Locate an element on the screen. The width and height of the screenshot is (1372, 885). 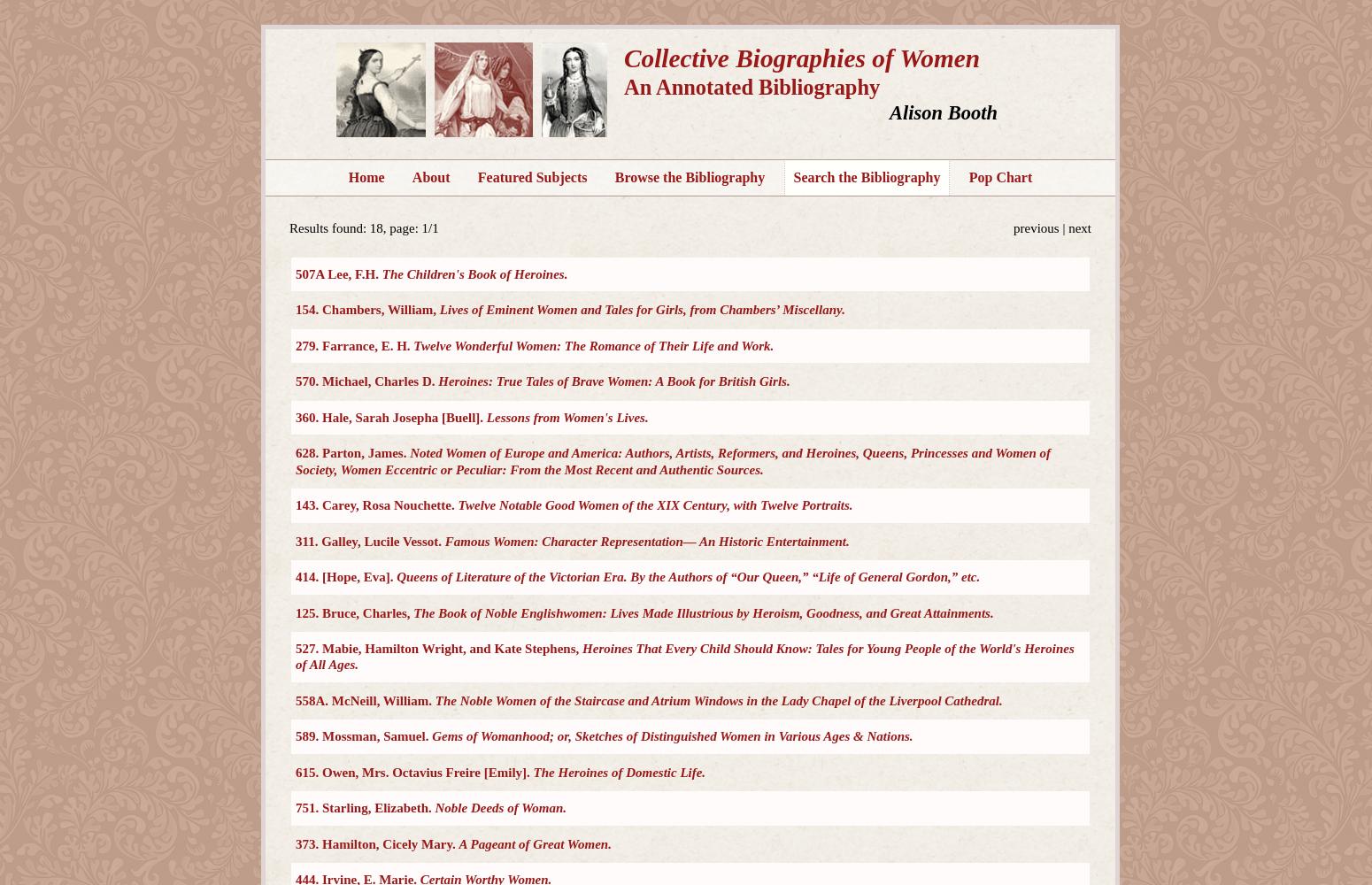
'589. Mossman, Samuel.' is located at coordinates (364, 735).